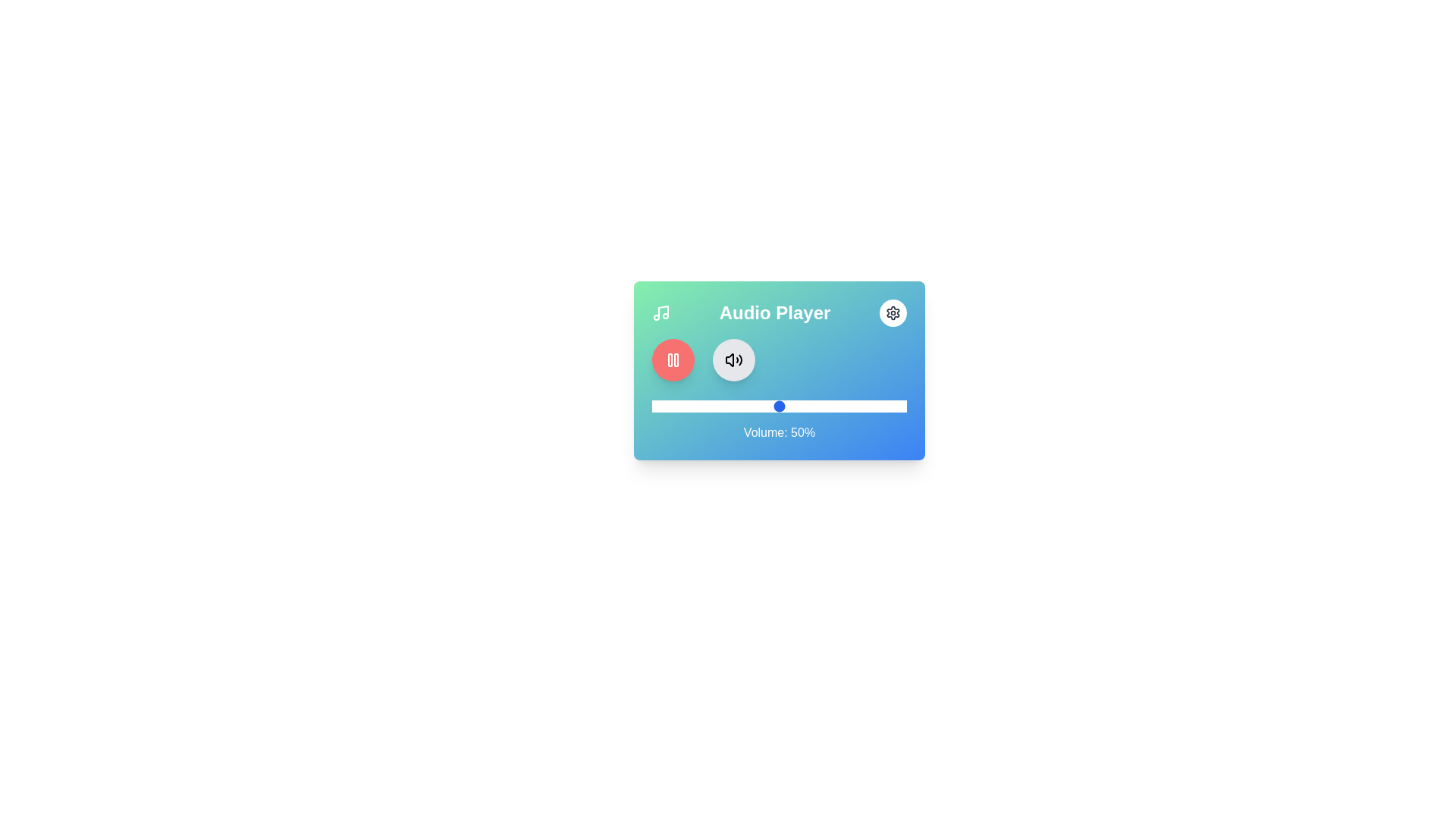 This screenshot has height=819, width=1456. Describe the element at coordinates (734, 359) in the screenshot. I see `the speaker icon button with sound waves` at that location.